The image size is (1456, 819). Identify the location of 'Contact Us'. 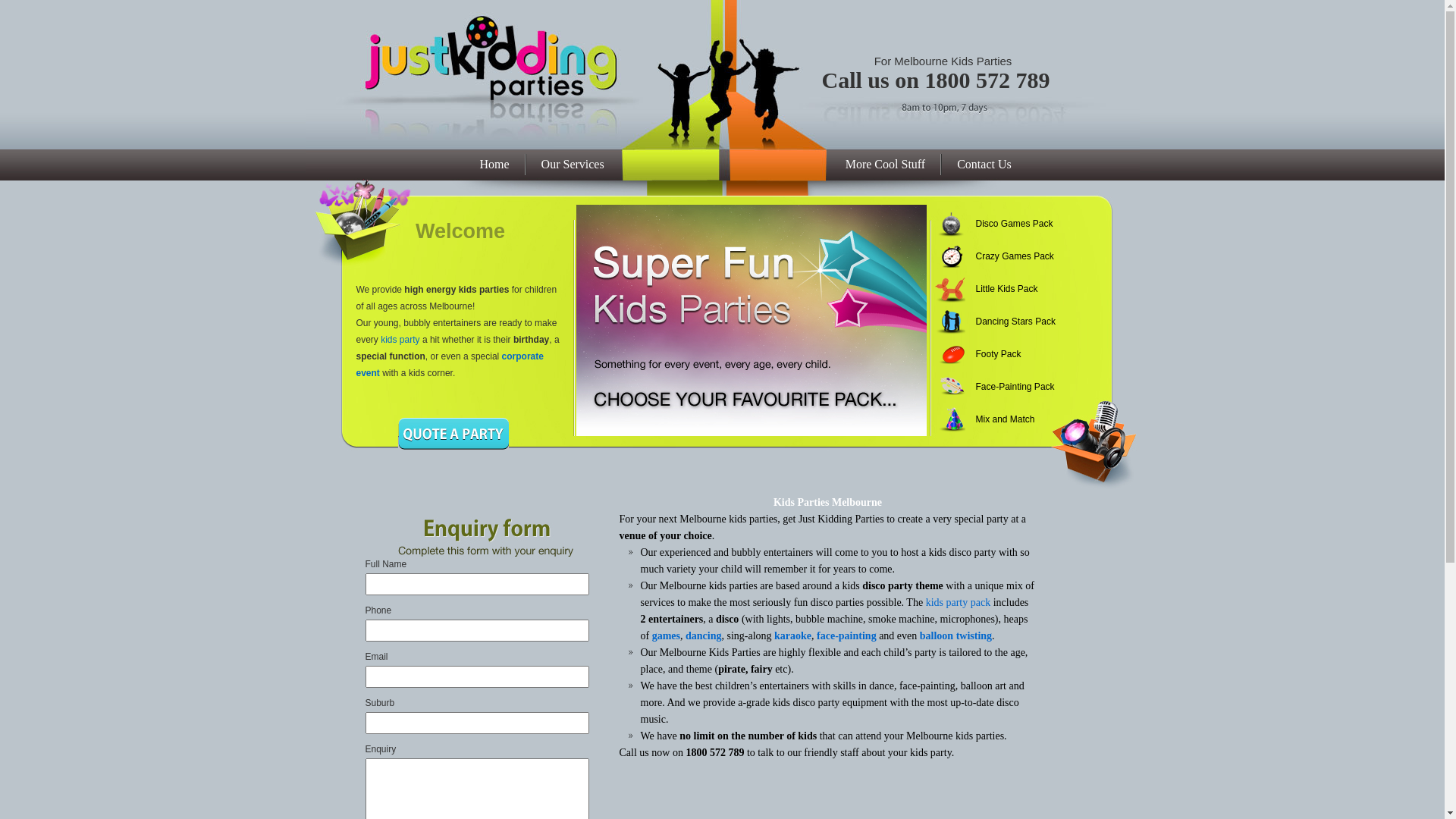
(941, 164).